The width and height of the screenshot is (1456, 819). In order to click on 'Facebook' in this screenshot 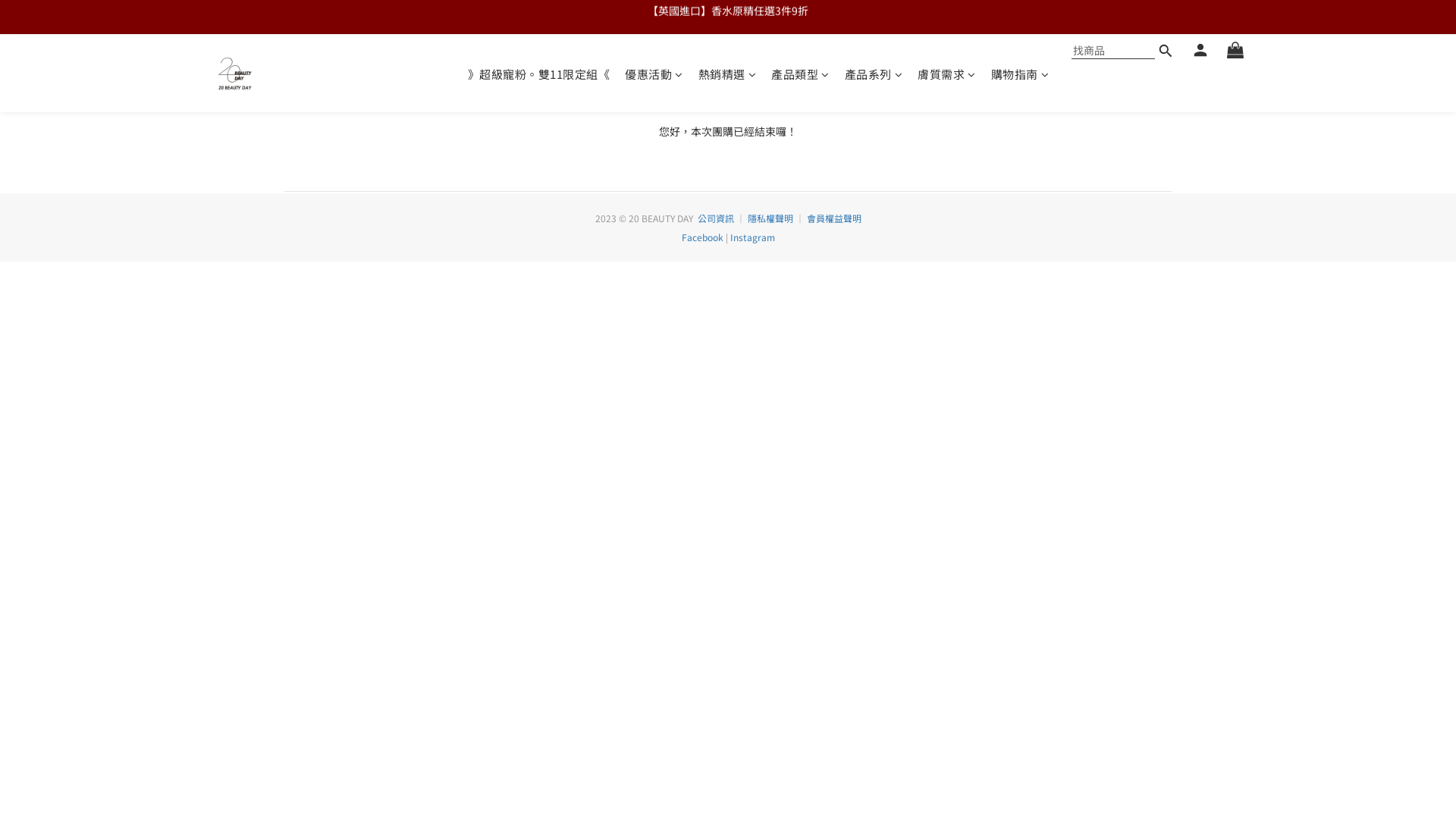, I will do `click(701, 237)`.